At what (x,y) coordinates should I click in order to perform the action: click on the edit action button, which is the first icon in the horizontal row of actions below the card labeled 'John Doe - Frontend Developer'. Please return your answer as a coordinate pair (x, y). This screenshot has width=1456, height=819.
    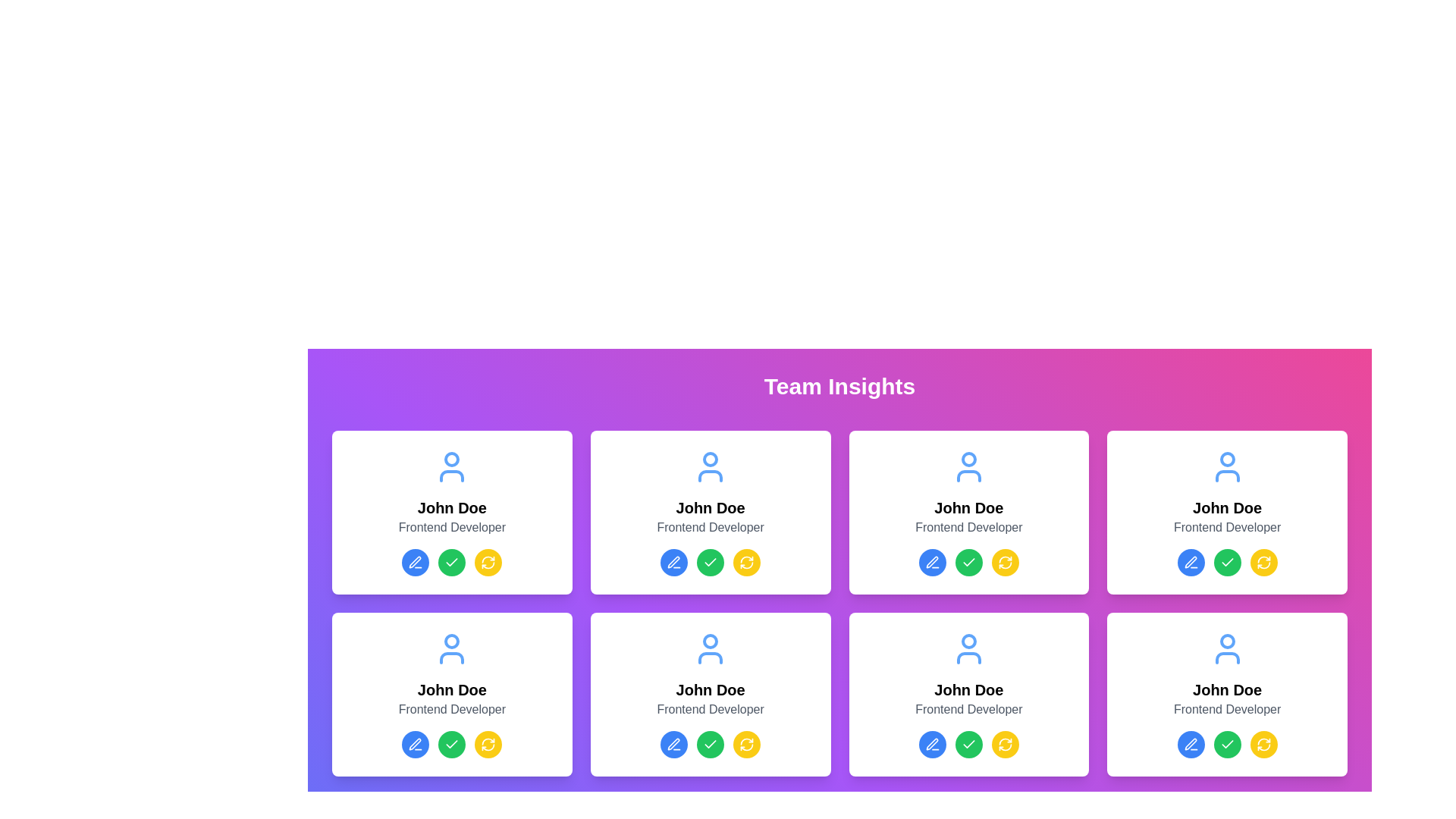
    Looking at the image, I should click on (416, 562).